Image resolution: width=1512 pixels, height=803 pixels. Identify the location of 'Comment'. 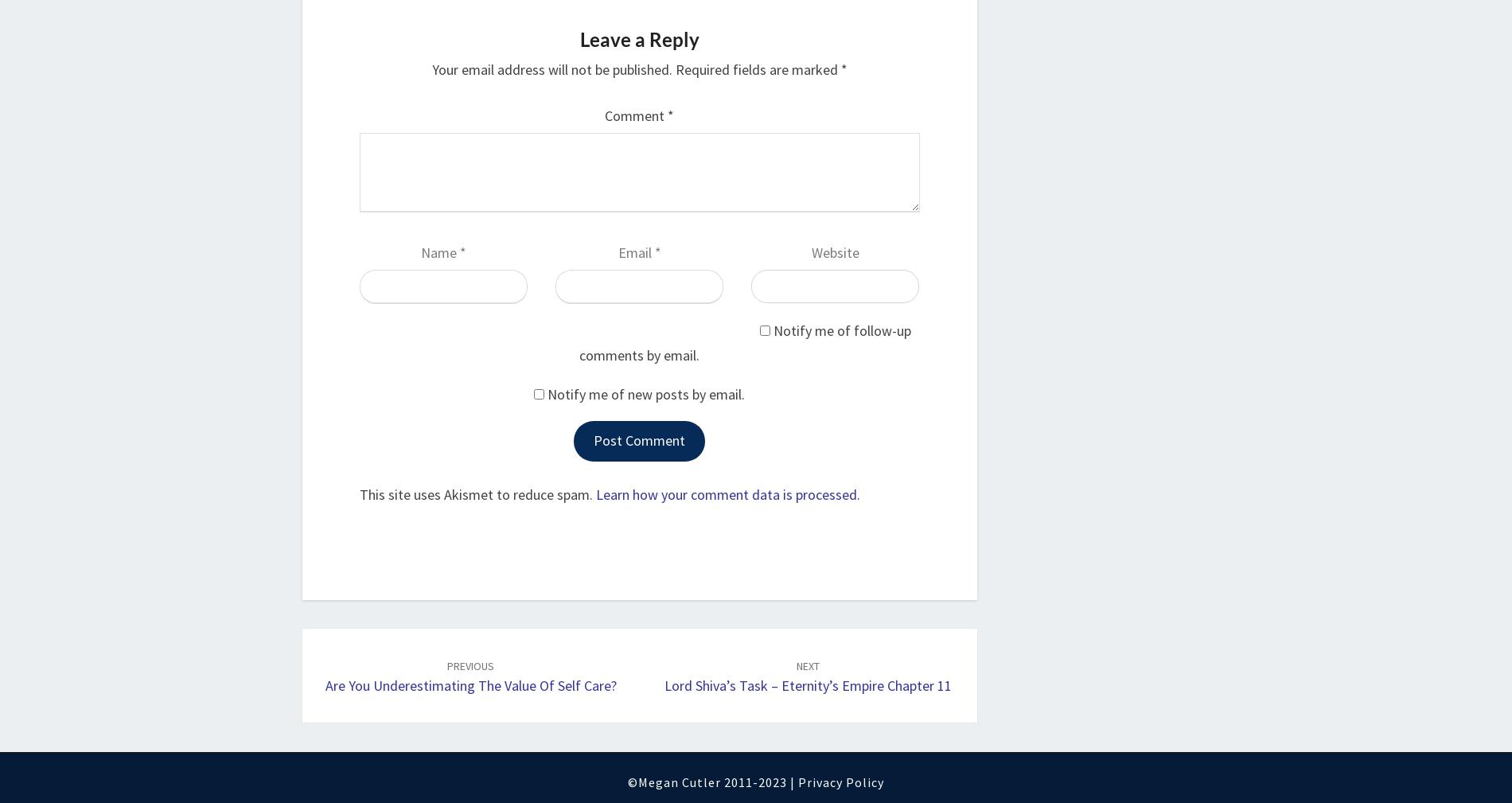
(635, 114).